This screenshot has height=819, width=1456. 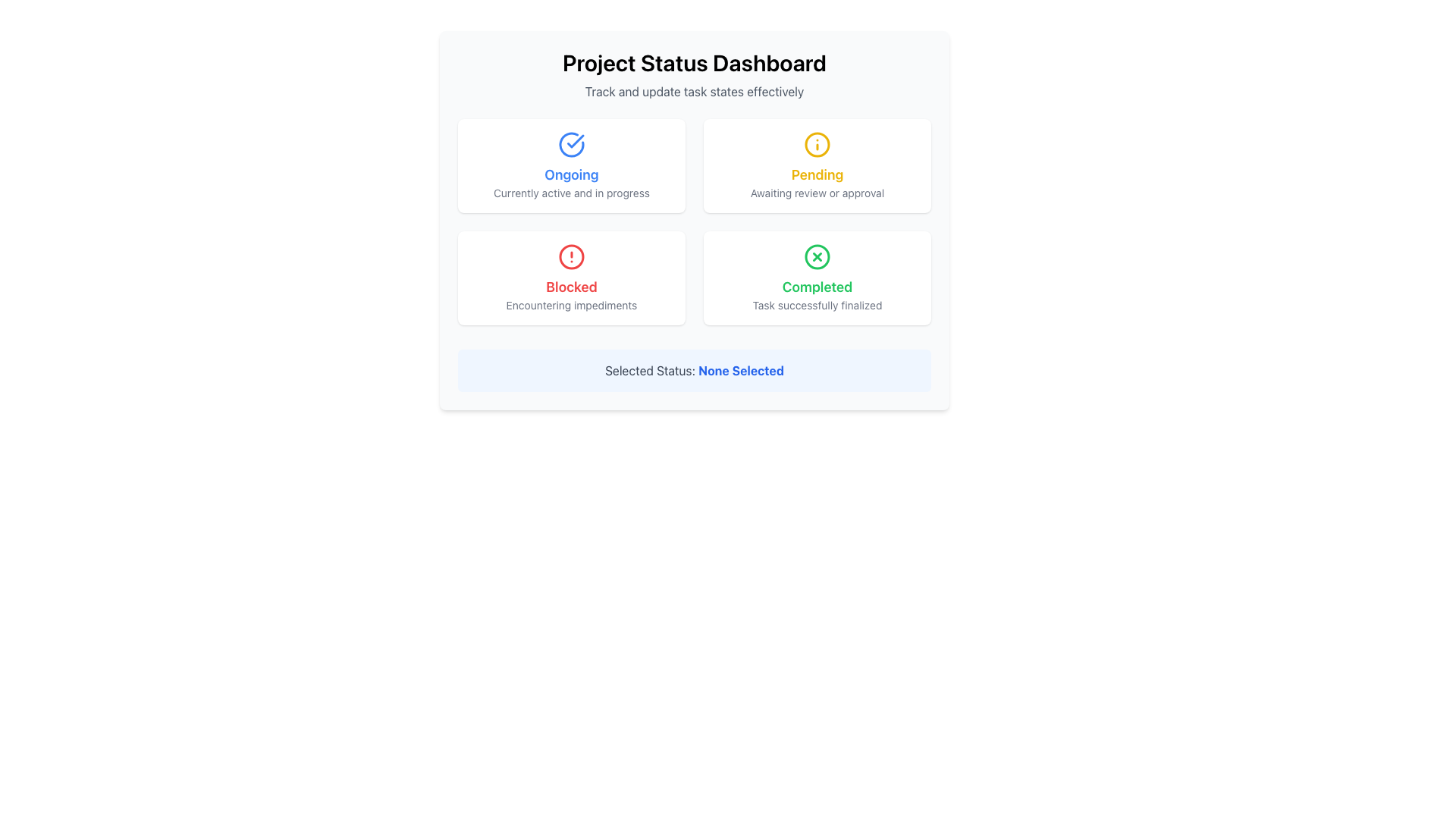 What do you see at coordinates (694, 91) in the screenshot?
I see `the small gray textual description located immediately below the 'Project Status Dashboard' title in the interface` at bounding box center [694, 91].